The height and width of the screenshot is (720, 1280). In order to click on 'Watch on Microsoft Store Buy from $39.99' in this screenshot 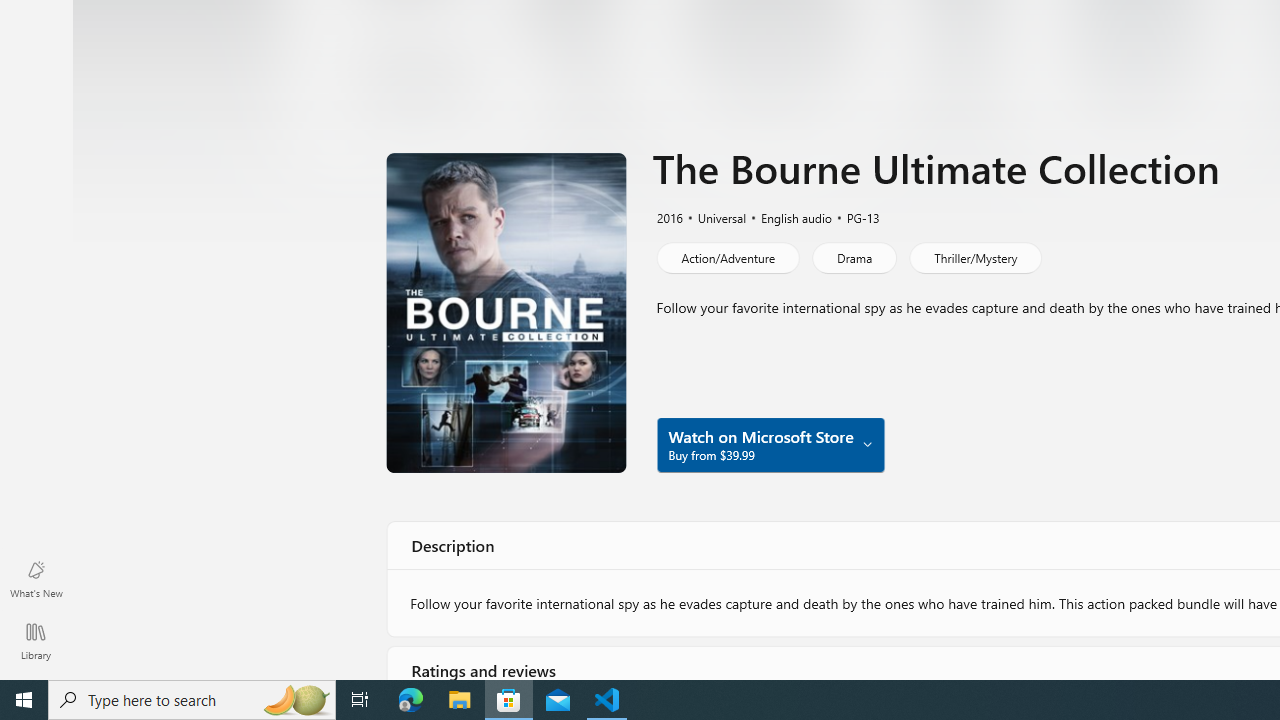, I will do `click(768, 443)`.